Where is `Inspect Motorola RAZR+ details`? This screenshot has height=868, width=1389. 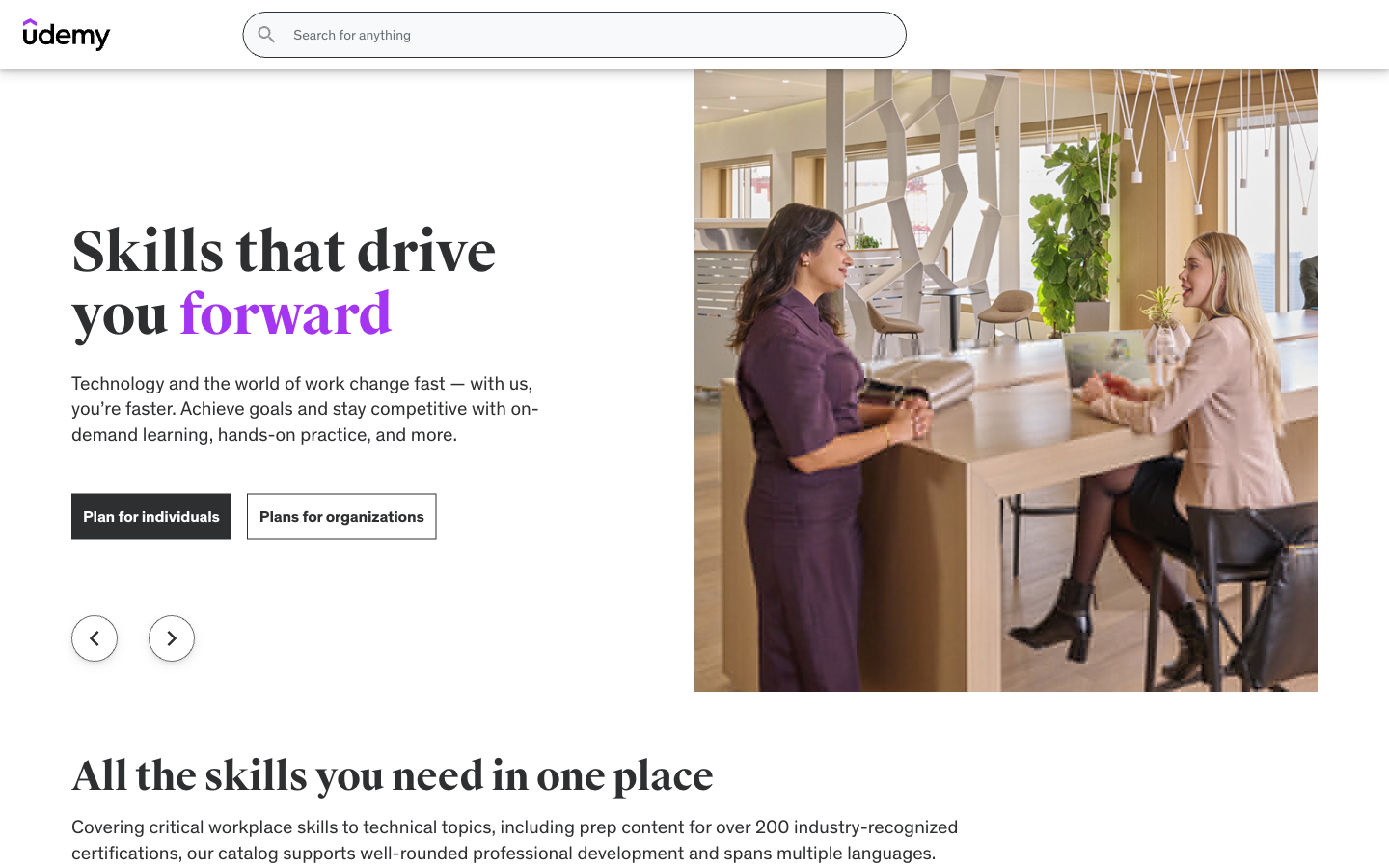
Inspect Motorola RAZR+ details is located at coordinates (1099, 805).